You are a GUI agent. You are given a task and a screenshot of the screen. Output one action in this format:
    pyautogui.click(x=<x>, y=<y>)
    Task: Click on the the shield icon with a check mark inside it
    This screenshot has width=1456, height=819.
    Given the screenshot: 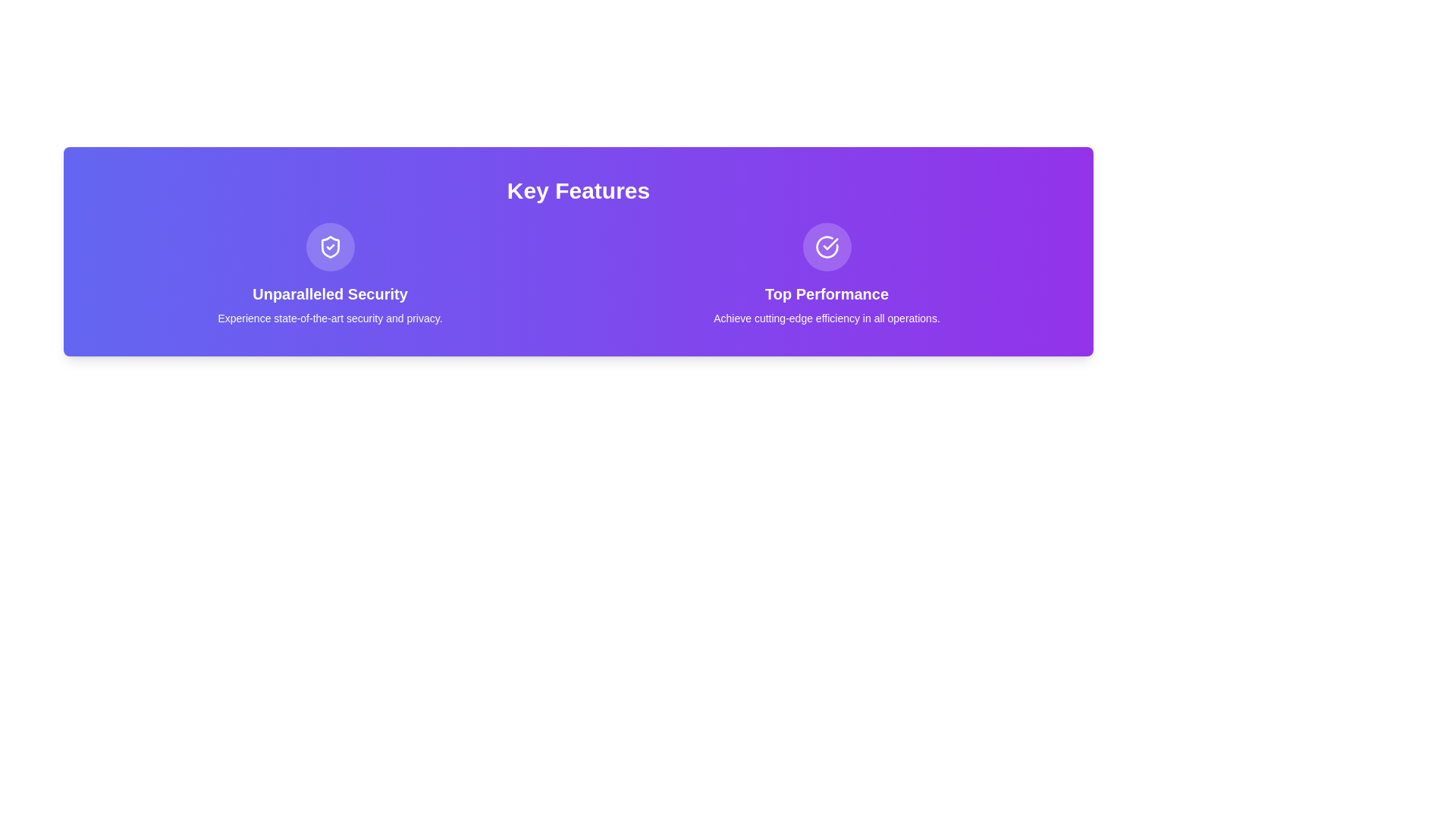 What is the action you would take?
    pyautogui.click(x=329, y=246)
    